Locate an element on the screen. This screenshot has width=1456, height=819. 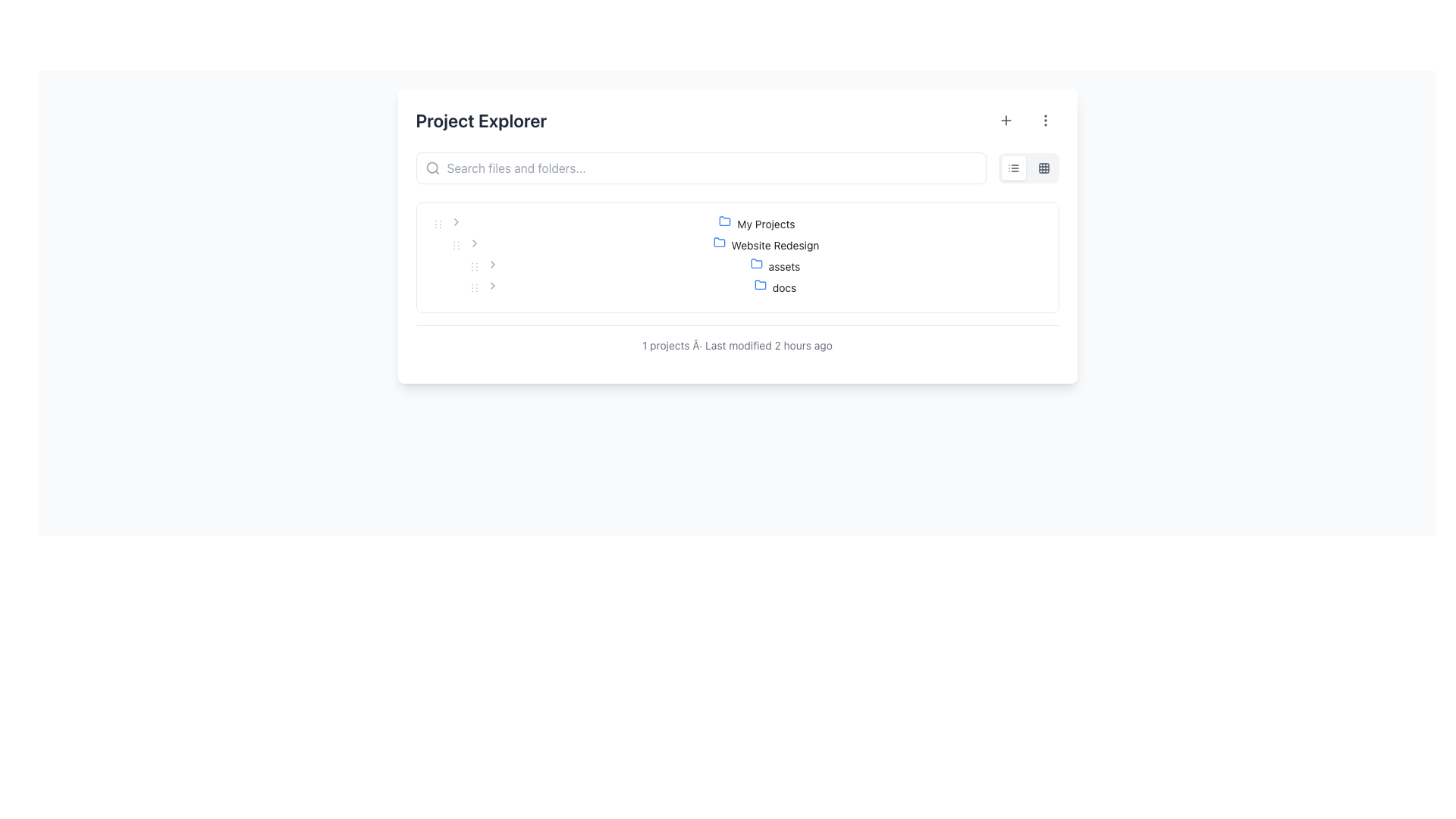
the Grid Cell Icon located at the upper-right corner of the interface is located at coordinates (1043, 168).